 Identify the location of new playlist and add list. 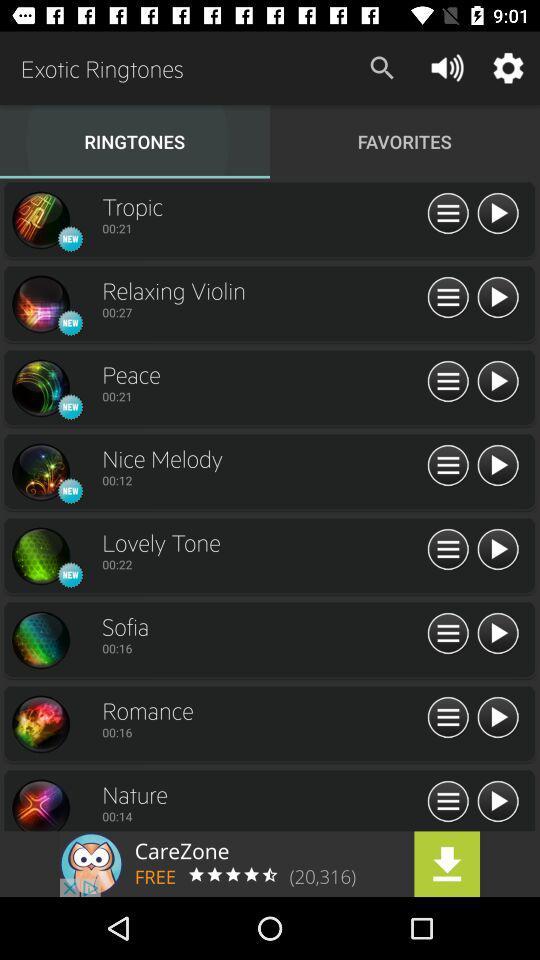
(448, 718).